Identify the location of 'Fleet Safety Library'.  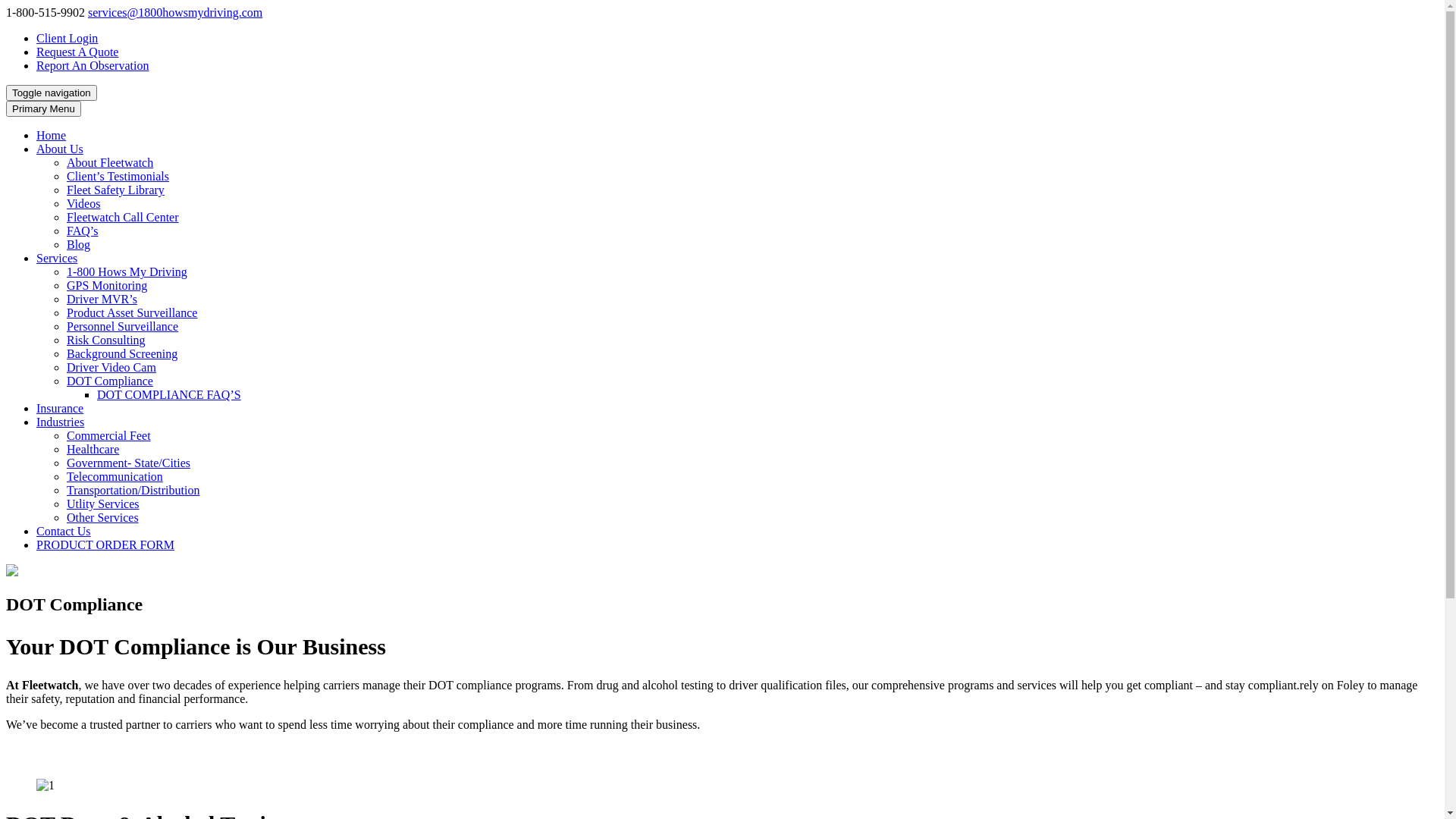
(65, 189).